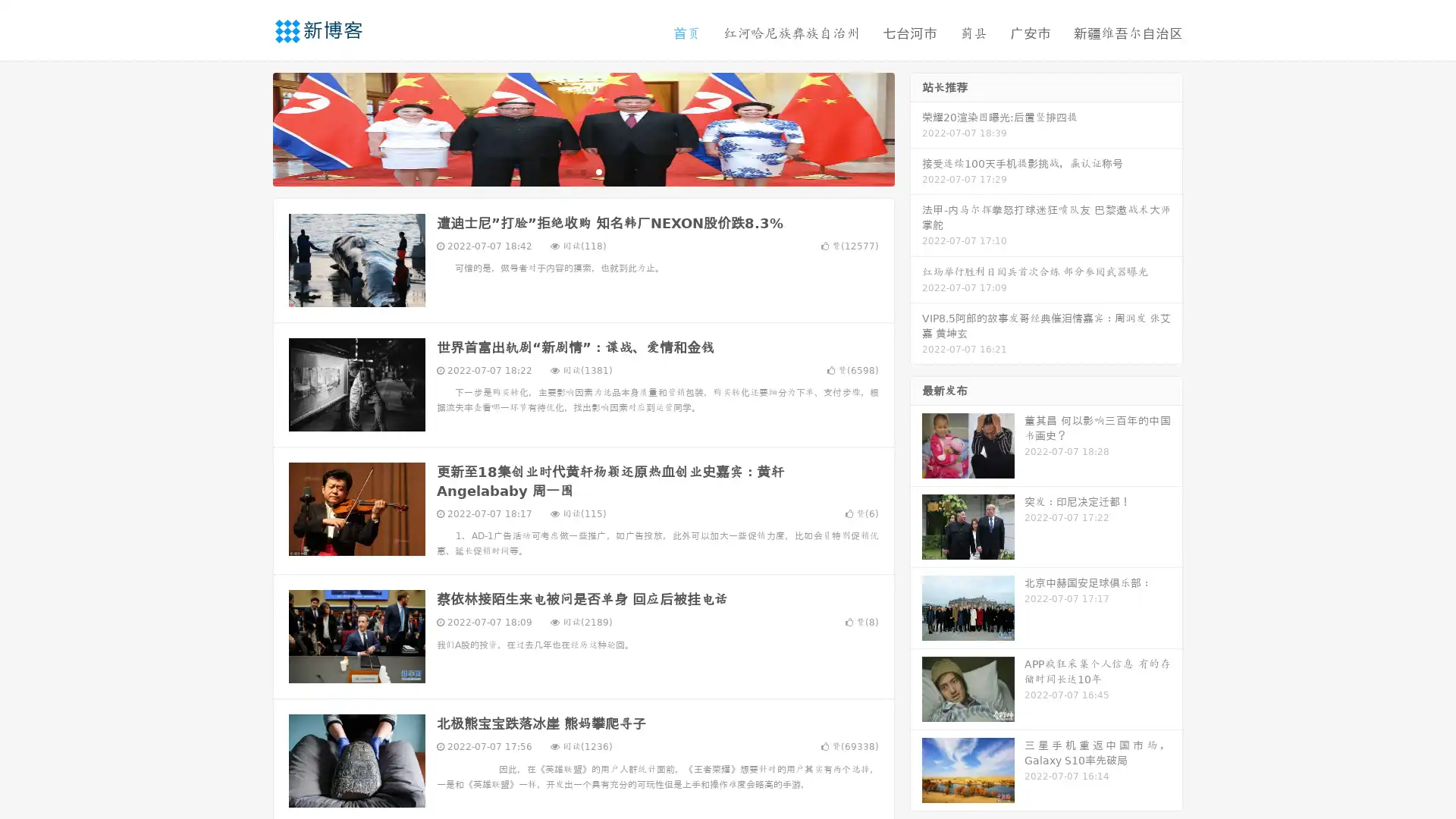 The height and width of the screenshot is (819, 1456). I want to click on Previous slide, so click(250, 127).